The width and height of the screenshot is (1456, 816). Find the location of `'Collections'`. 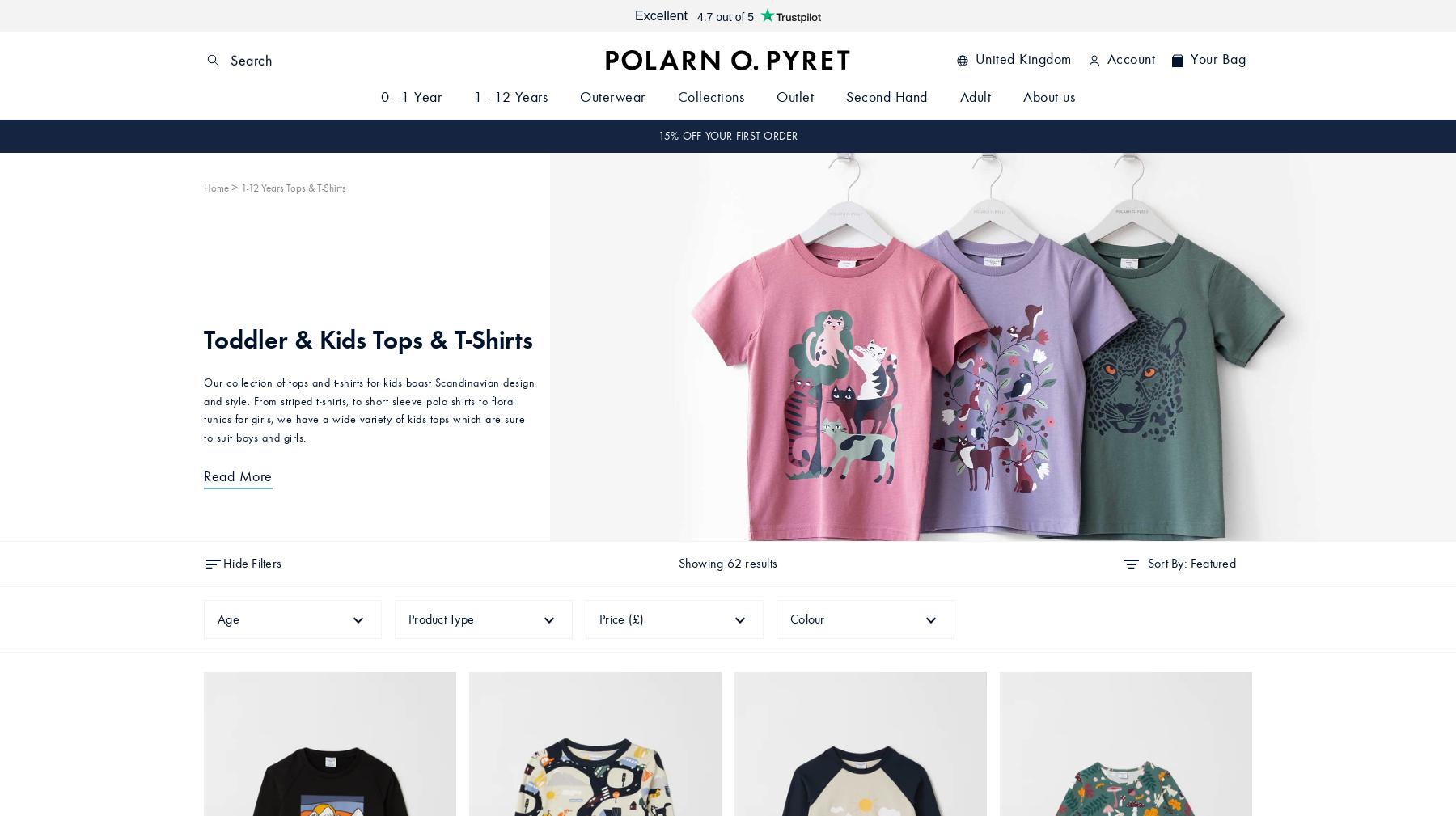

'Collections' is located at coordinates (710, 96).